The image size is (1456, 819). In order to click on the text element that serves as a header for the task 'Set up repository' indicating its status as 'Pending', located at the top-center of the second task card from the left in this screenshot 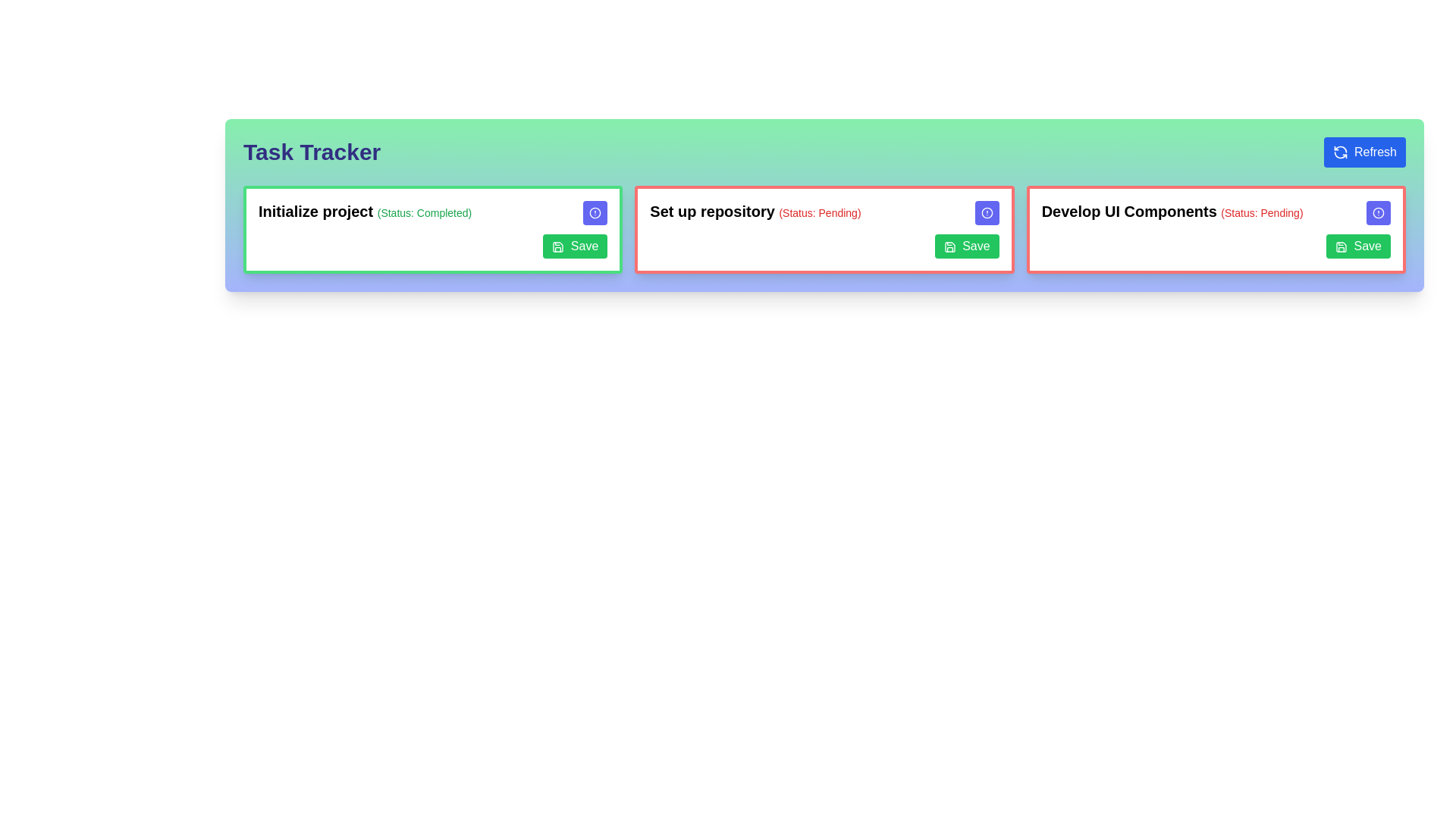, I will do `click(755, 213)`.